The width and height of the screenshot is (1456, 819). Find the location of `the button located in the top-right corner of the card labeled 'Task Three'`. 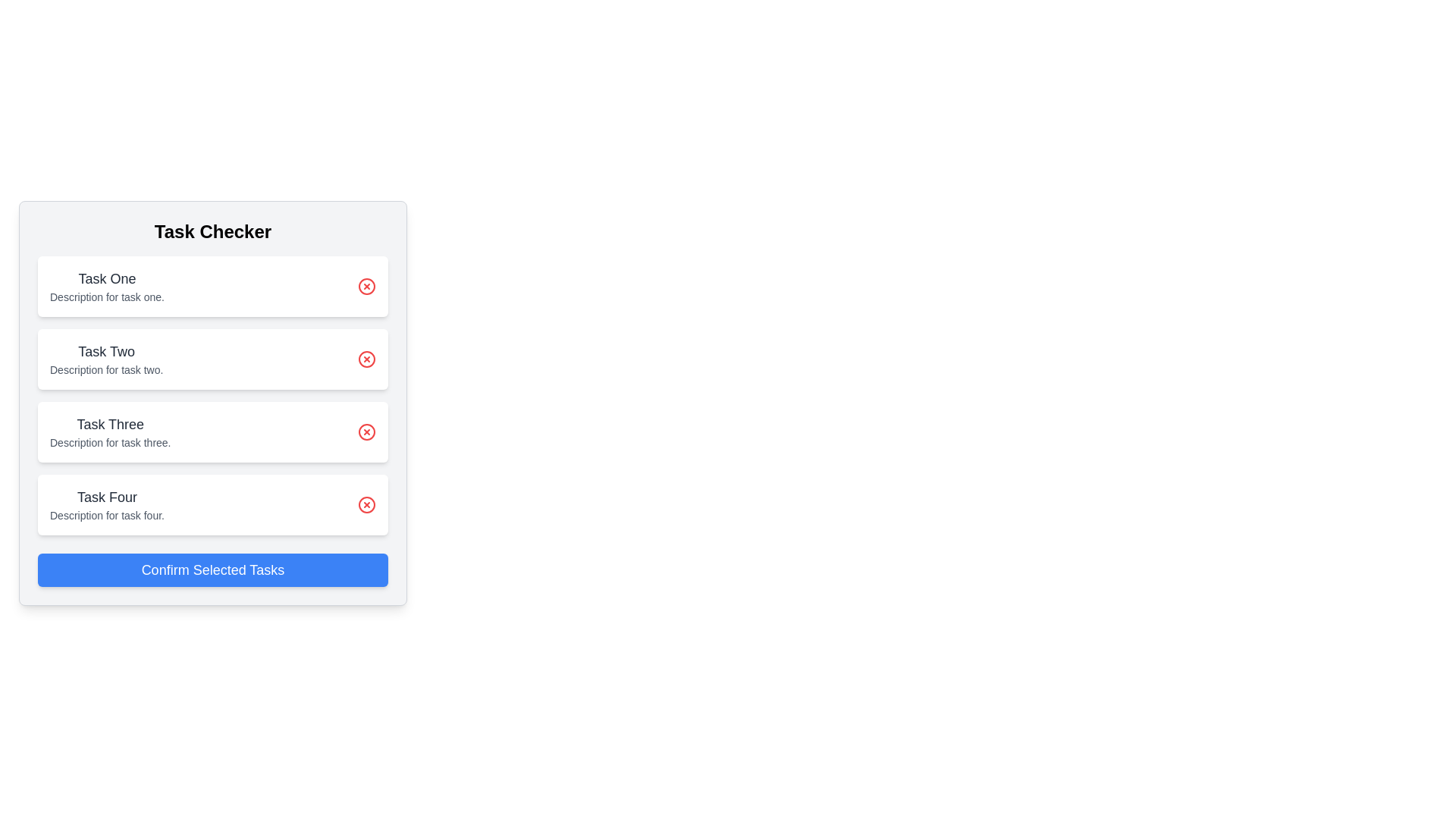

the button located in the top-right corner of the card labeled 'Task Three' is located at coordinates (367, 432).